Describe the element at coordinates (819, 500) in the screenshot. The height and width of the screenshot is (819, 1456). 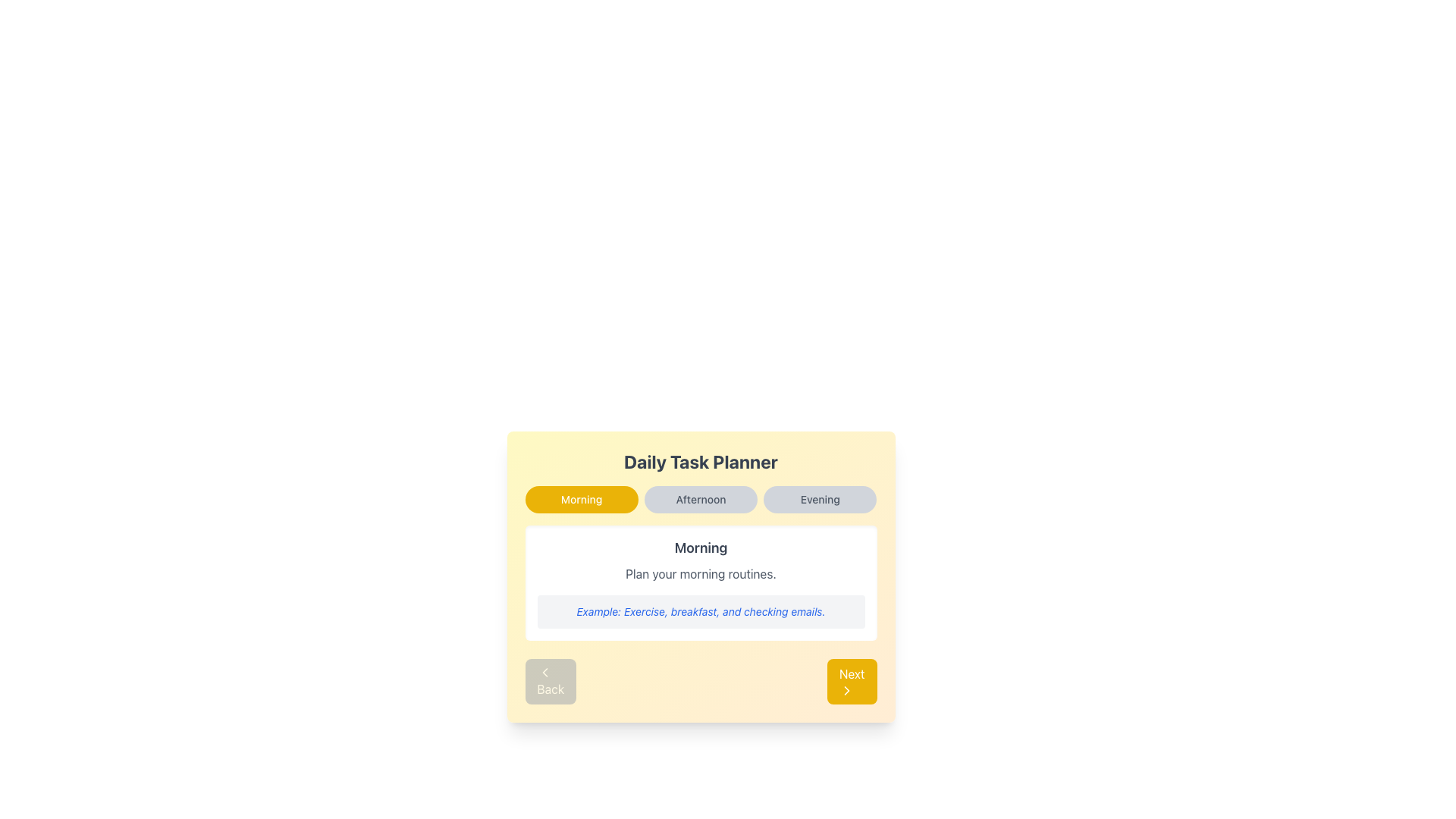
I see `the 'Evening' button located below the title 'Daily Task Planner'` at that location.